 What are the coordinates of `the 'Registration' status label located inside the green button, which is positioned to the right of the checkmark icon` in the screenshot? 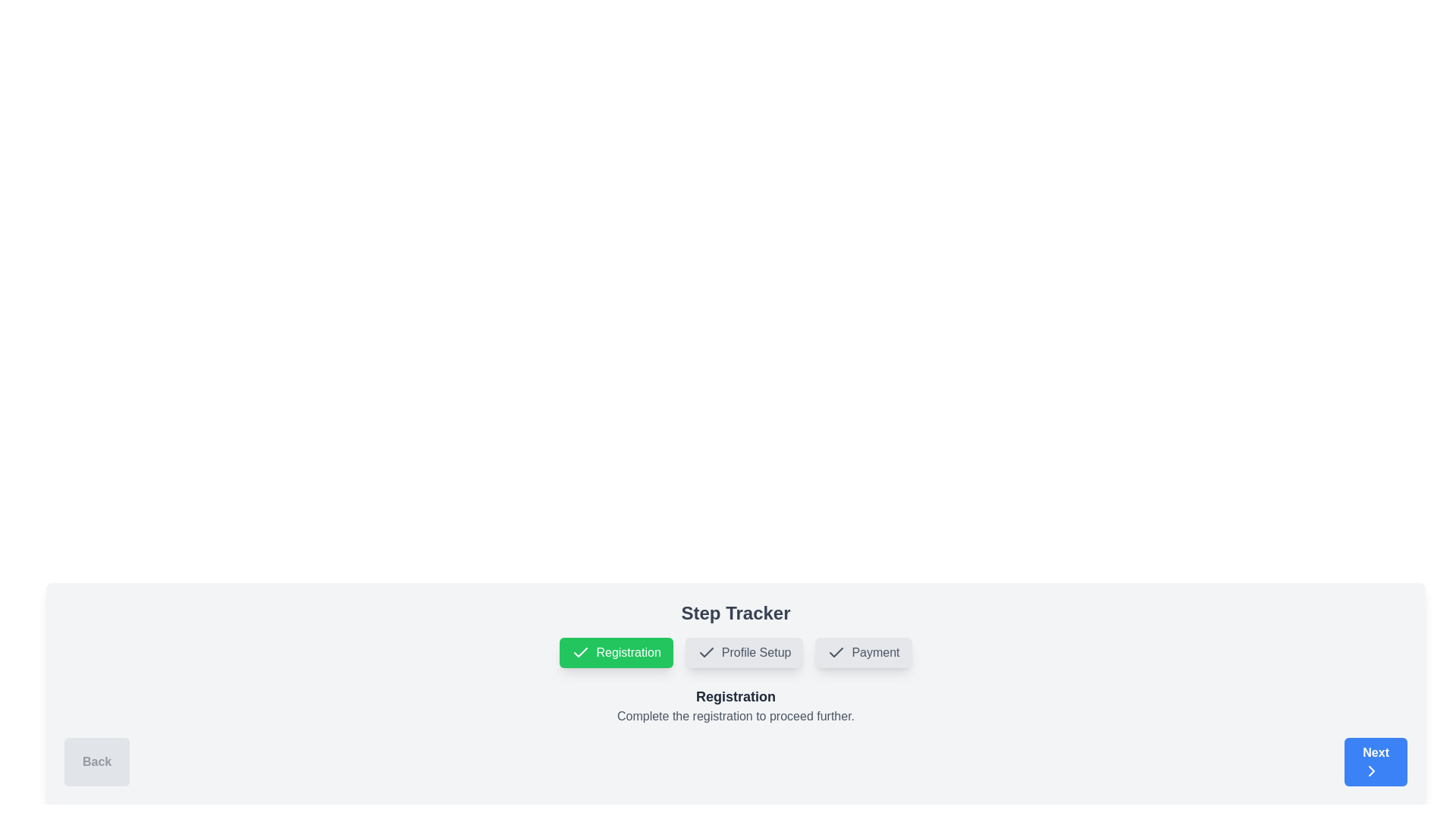 It's located at (629, 651).